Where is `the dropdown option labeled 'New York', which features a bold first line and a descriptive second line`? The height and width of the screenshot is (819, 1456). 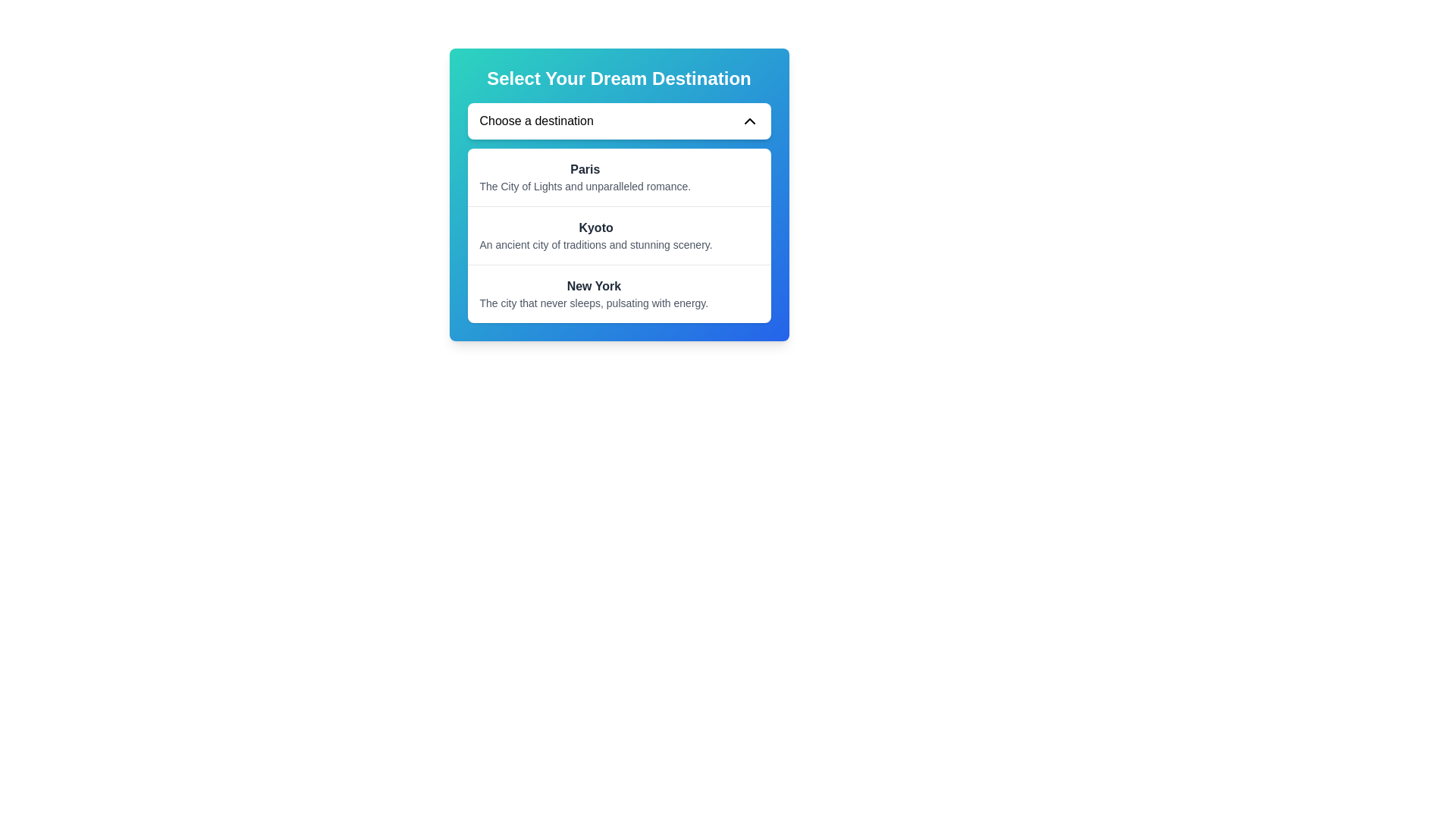 the dropdown option labeled 'New York', which features a bold first line and a descriptive second line is located at coordinates (593, 294).